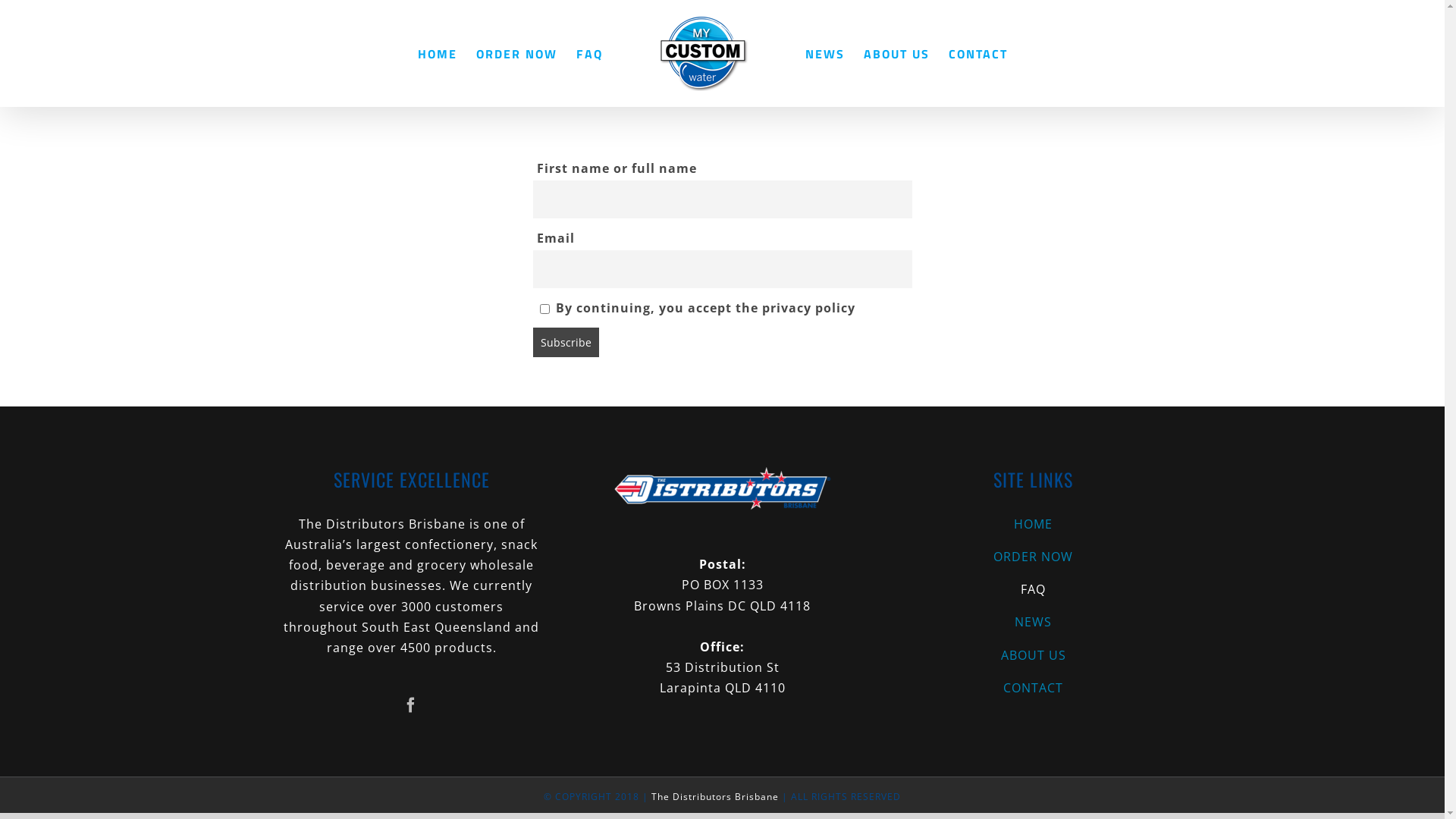 This screenshot has width=1456, height=819. I want to click on 'ORDER NOW', so click(1032, 557).